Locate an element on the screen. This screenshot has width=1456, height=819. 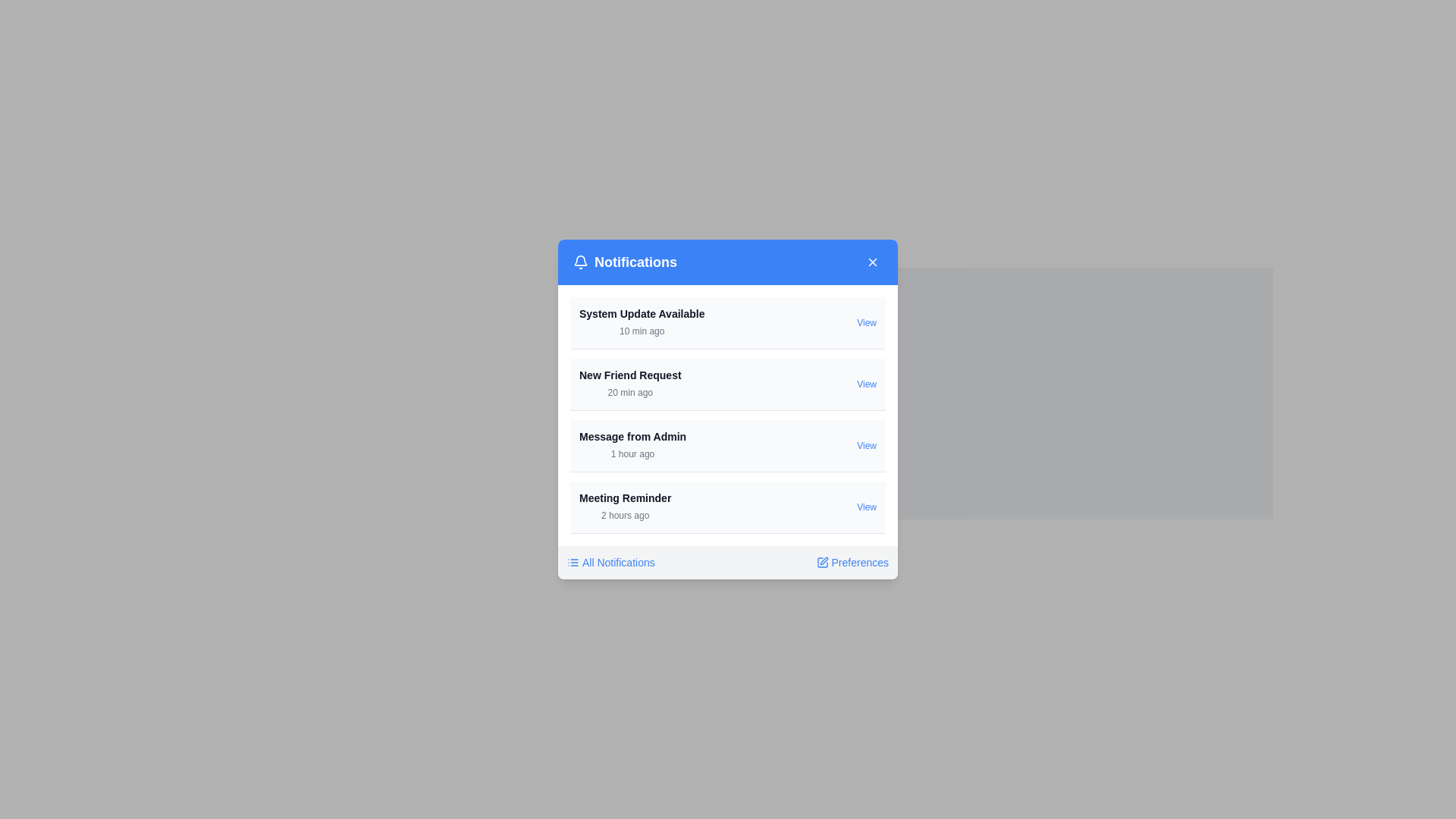
the link is located at coordinates (852, 562).